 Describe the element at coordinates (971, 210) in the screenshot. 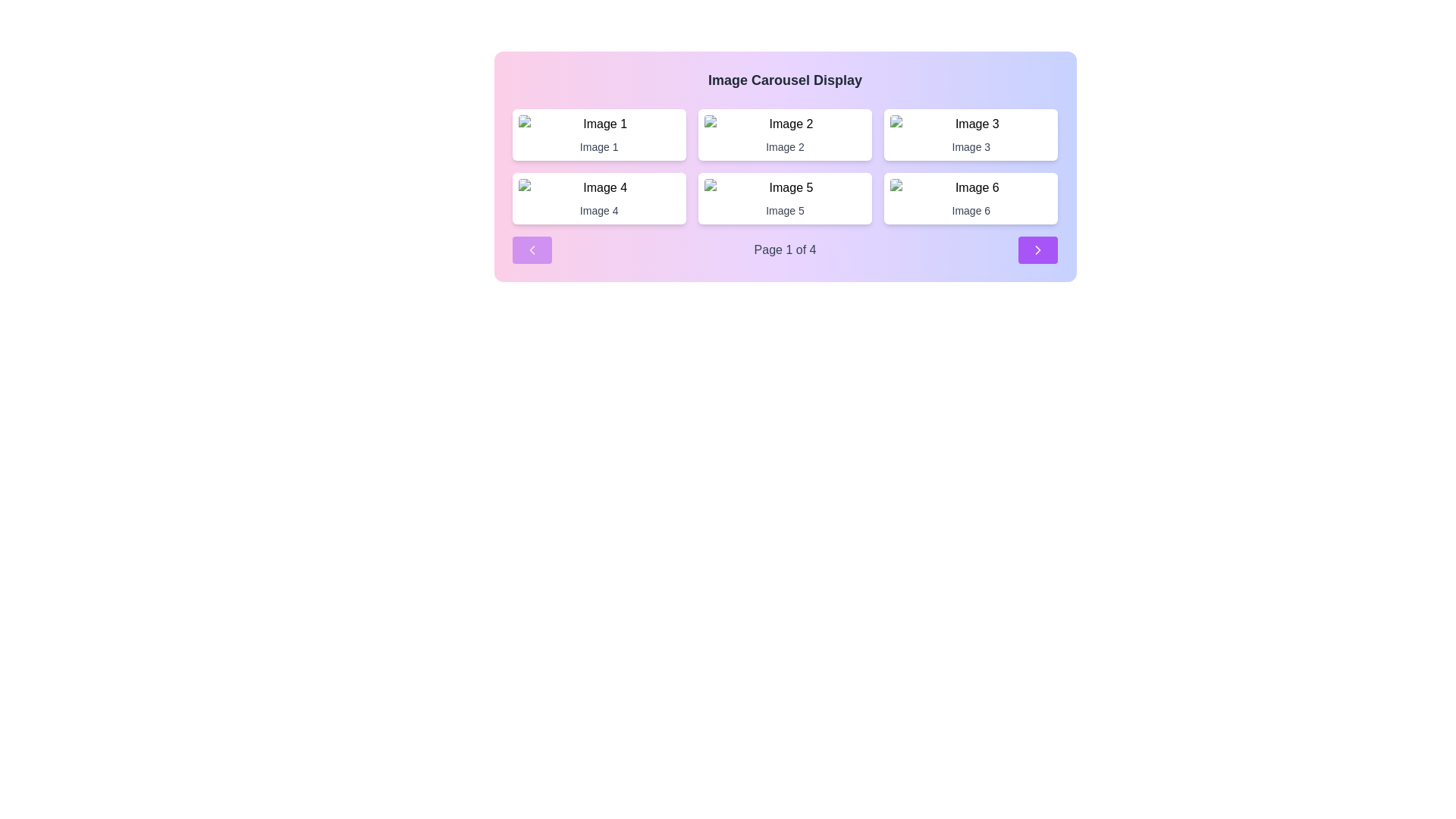

I see `the text label displaying the caption 'Image 6', which is positioned below its corresponding image placeholder in the grid layout` at that location.